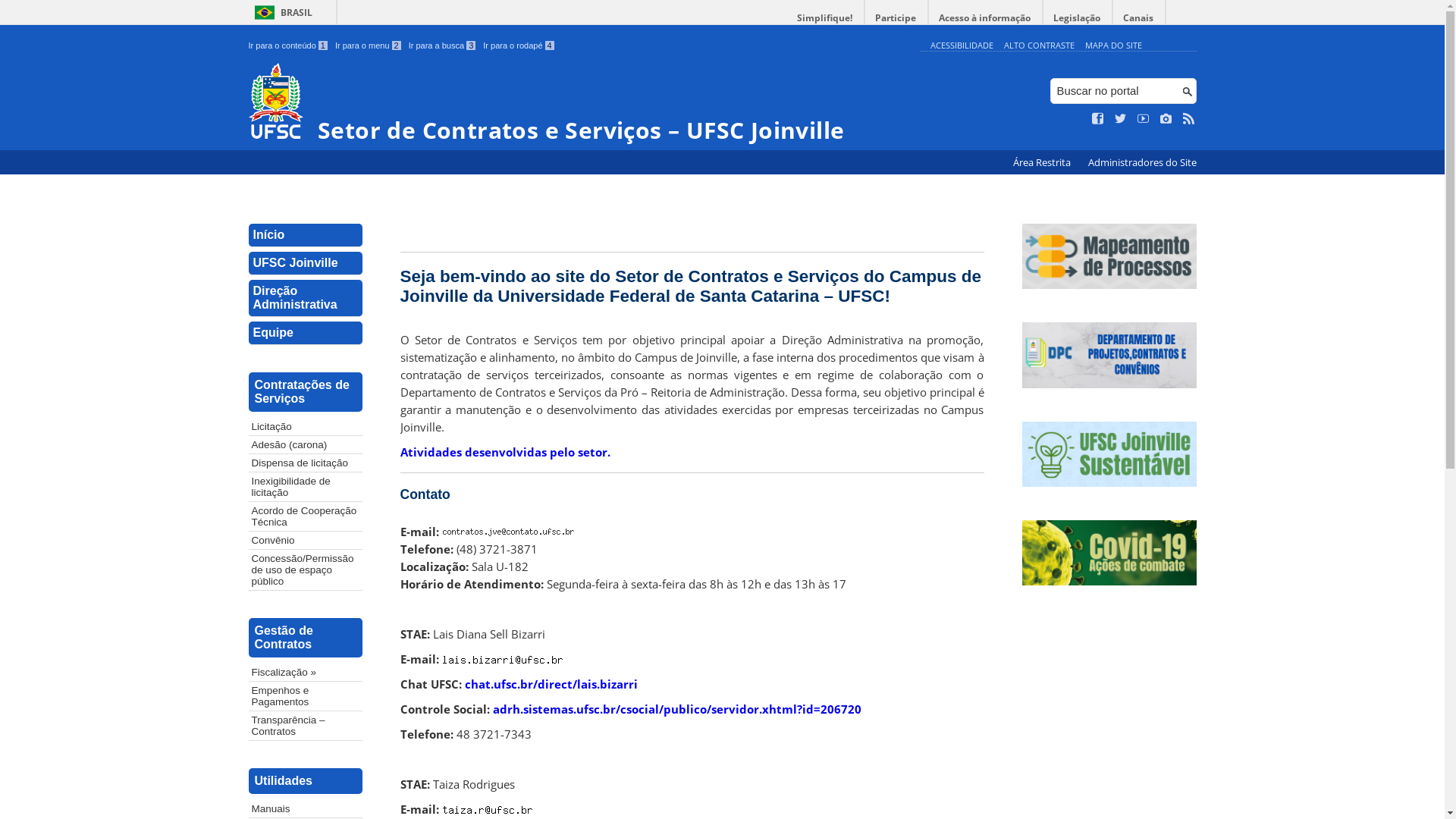  Describe the element at coordinates (1139, 17) in the screenshot. I see `'Canais'` at that location.